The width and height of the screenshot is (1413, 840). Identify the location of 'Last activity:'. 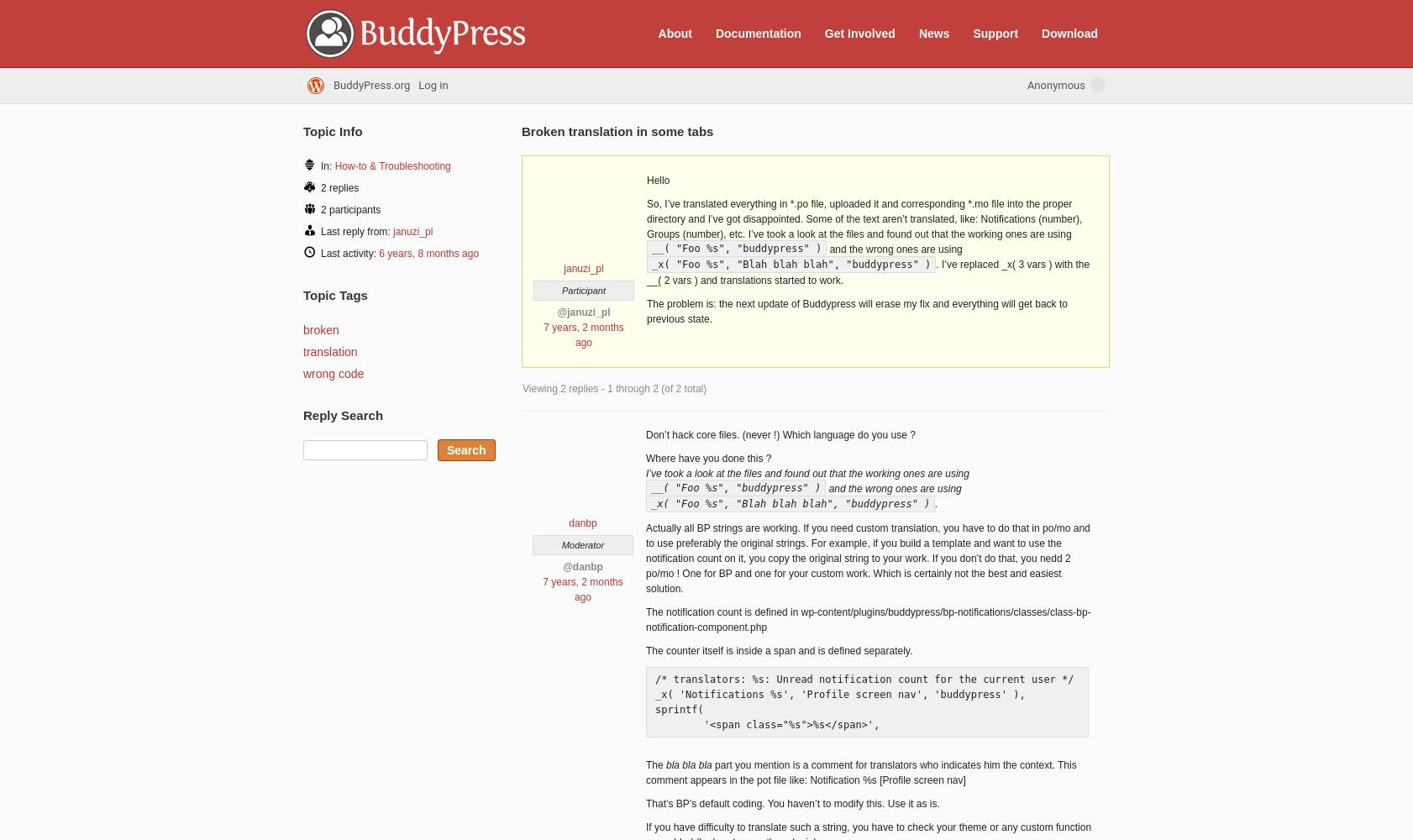
(349, 254).